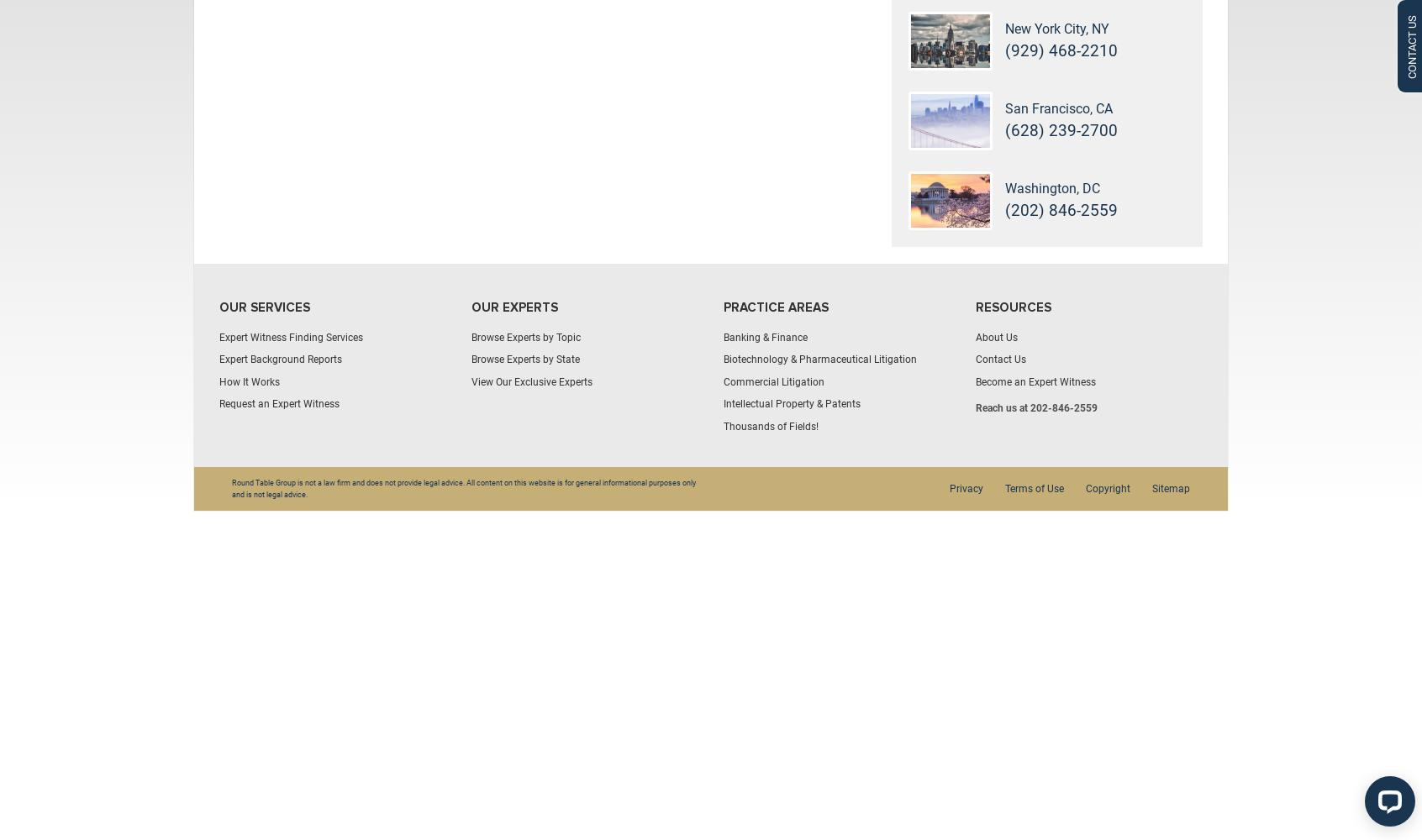 This screenshot has width=1422, height=840. I want to click on '(202) 846-2559', so click(1061, 210).